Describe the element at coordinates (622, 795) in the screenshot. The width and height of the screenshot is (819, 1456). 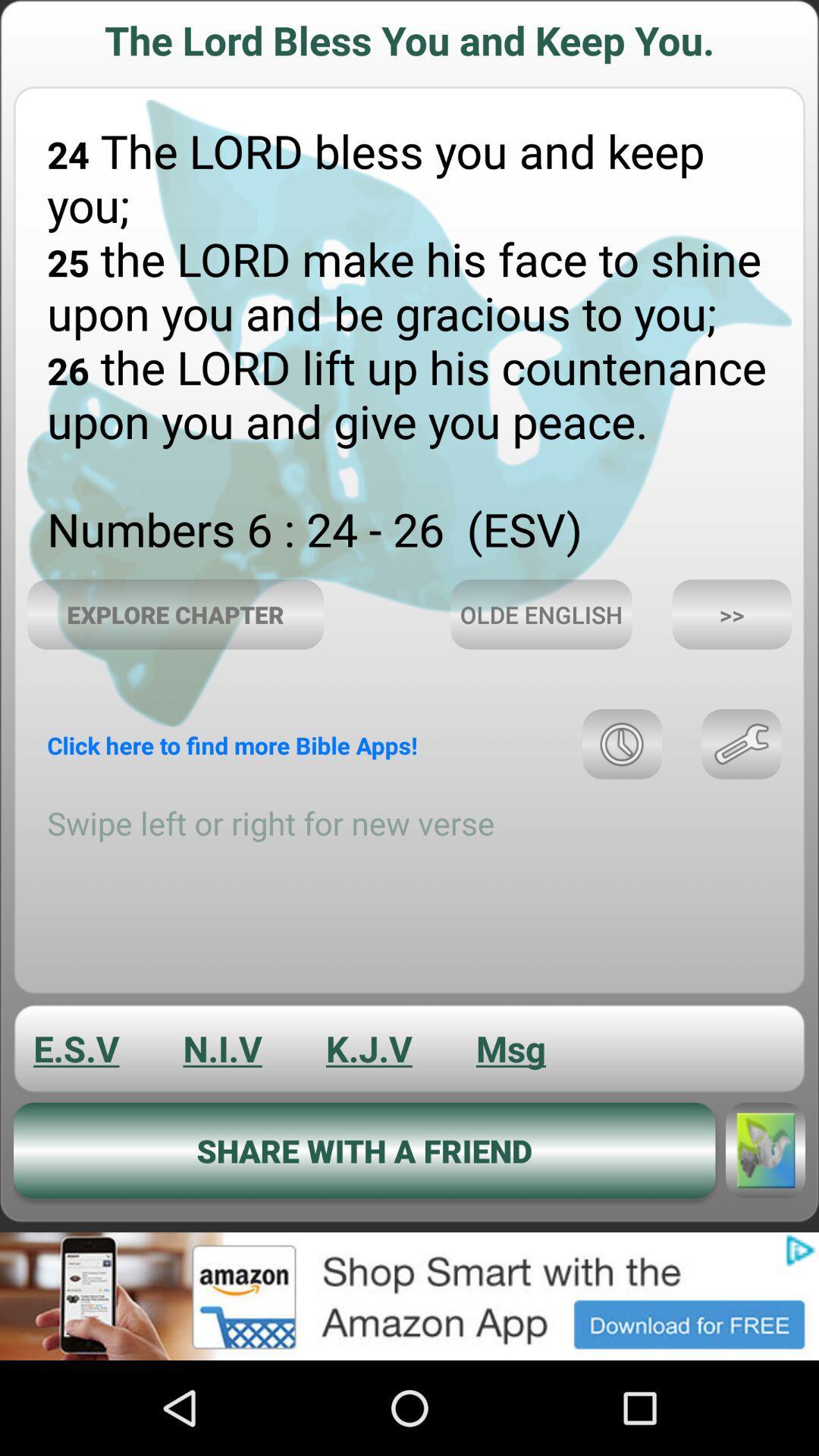
I see `the time icon` at that location.